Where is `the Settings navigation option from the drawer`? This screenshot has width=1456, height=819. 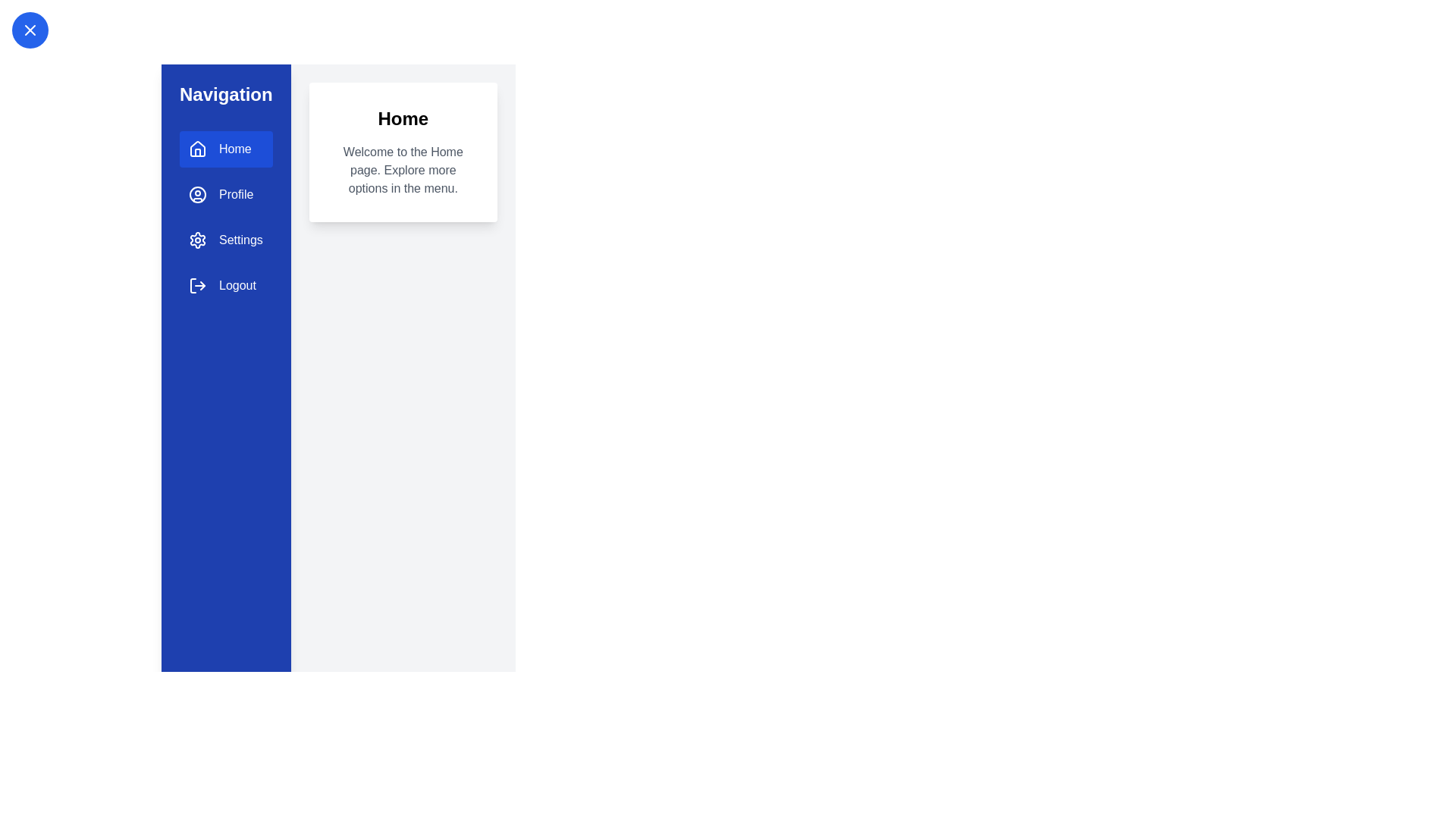 the Settings navigation option from the drawer is located at coordinates (224, 239).